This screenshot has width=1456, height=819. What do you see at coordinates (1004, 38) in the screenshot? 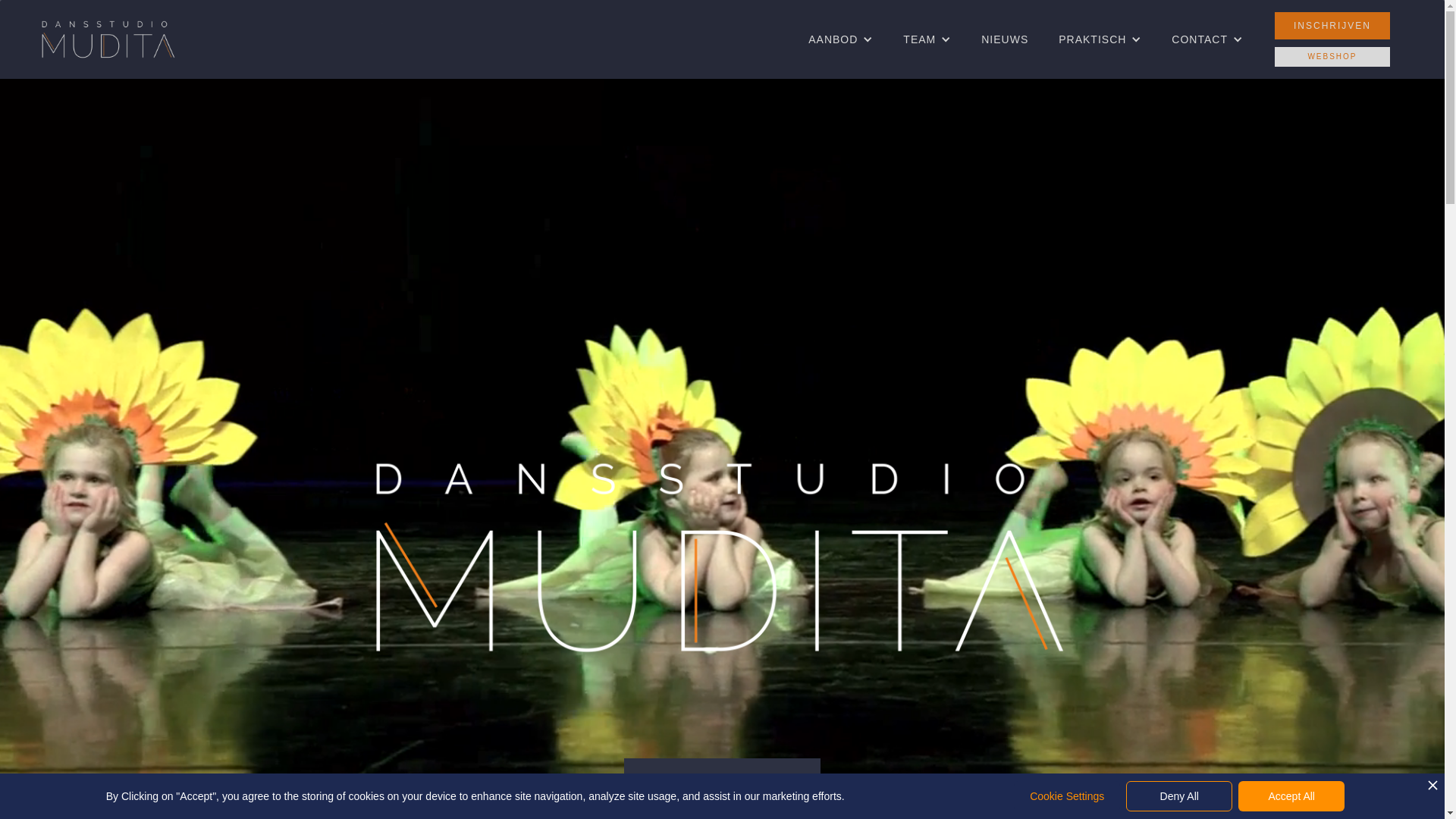
I see `'NIEUWS'` at bounding box center [1004, 38].